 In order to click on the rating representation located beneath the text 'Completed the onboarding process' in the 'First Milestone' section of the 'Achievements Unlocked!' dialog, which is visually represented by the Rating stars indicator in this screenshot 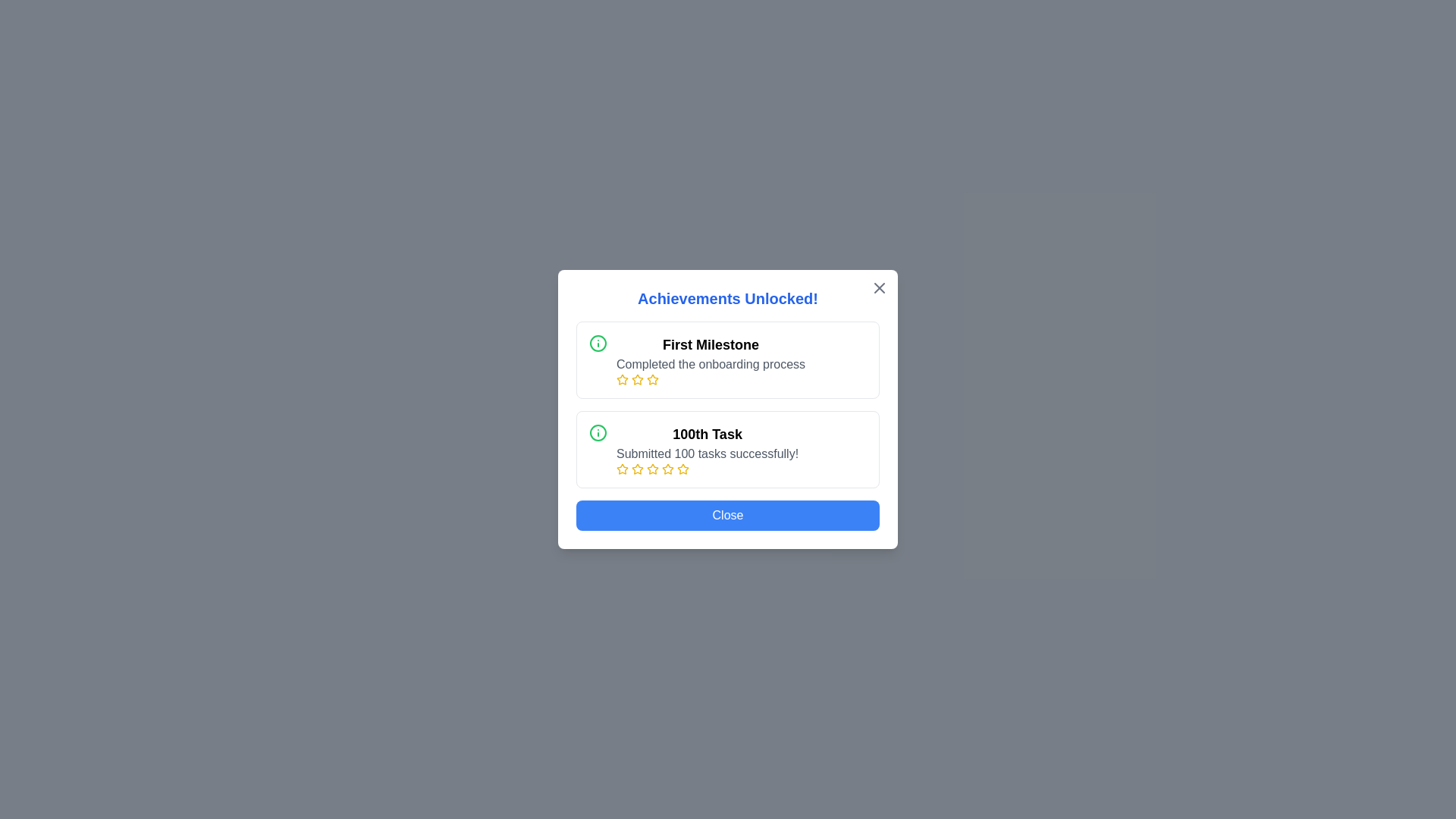, I will do `click(710, 379)`.